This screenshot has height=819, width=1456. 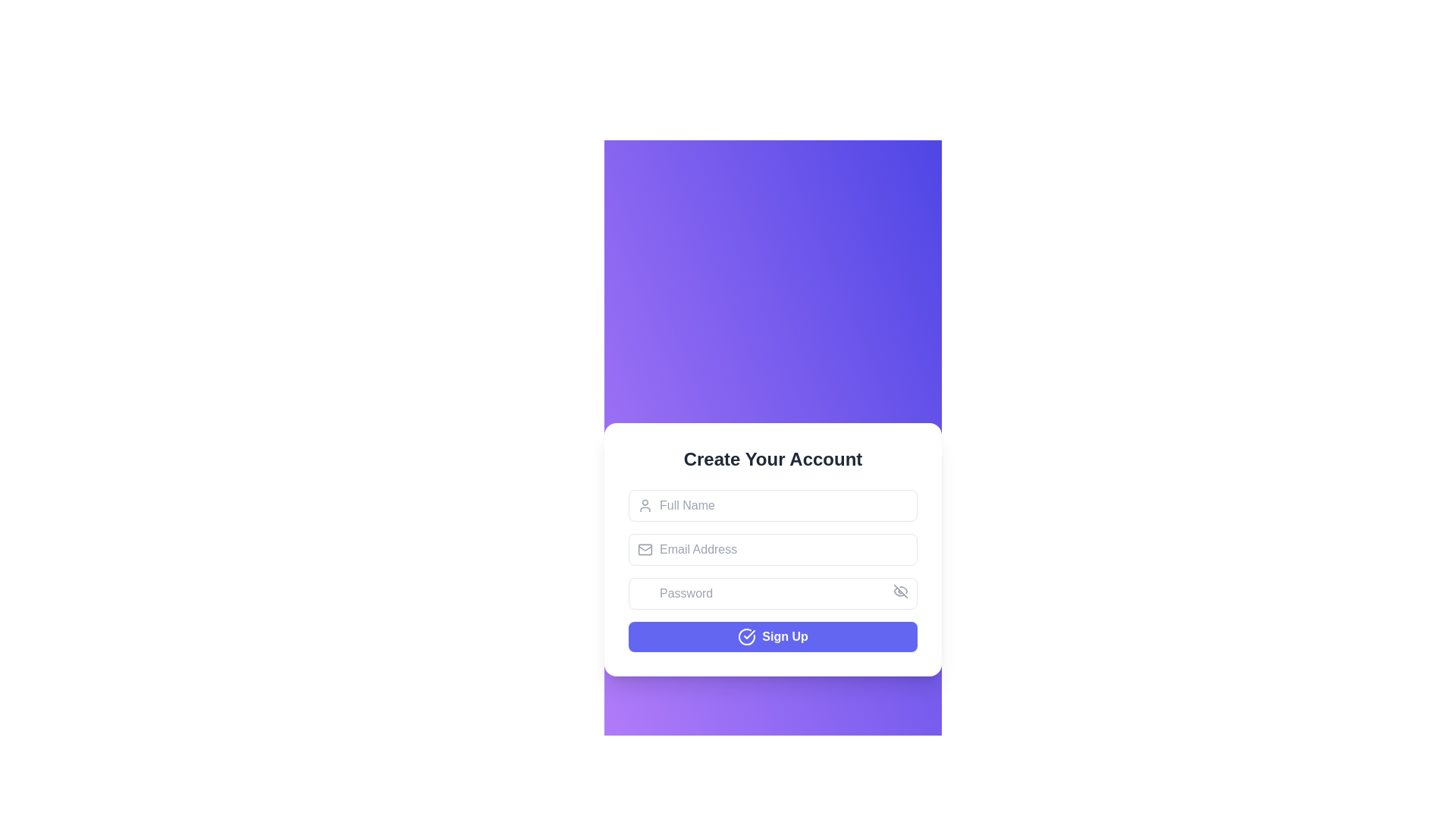 What do you see at coordinates (645, 549) in the screenshot?
I see `the email address icon, which is located inside the text input field for 'Email Address', towards the left side` at bounding box center [645, 549].